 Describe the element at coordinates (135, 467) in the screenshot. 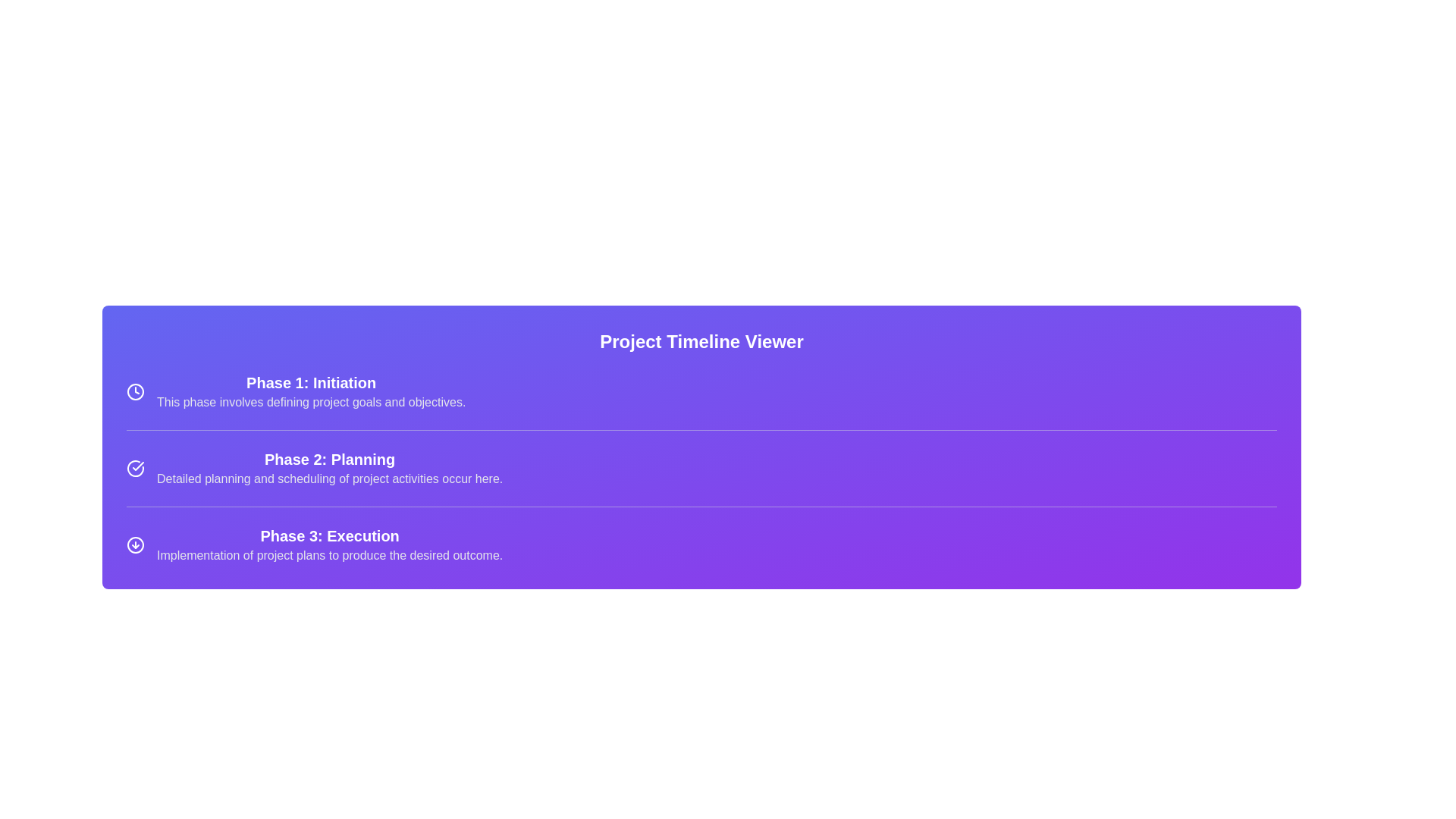

I see `the graphical icon of a circle with a checkmark inside it, located to the left of the text 'Phase 2: Planning'` at that location.